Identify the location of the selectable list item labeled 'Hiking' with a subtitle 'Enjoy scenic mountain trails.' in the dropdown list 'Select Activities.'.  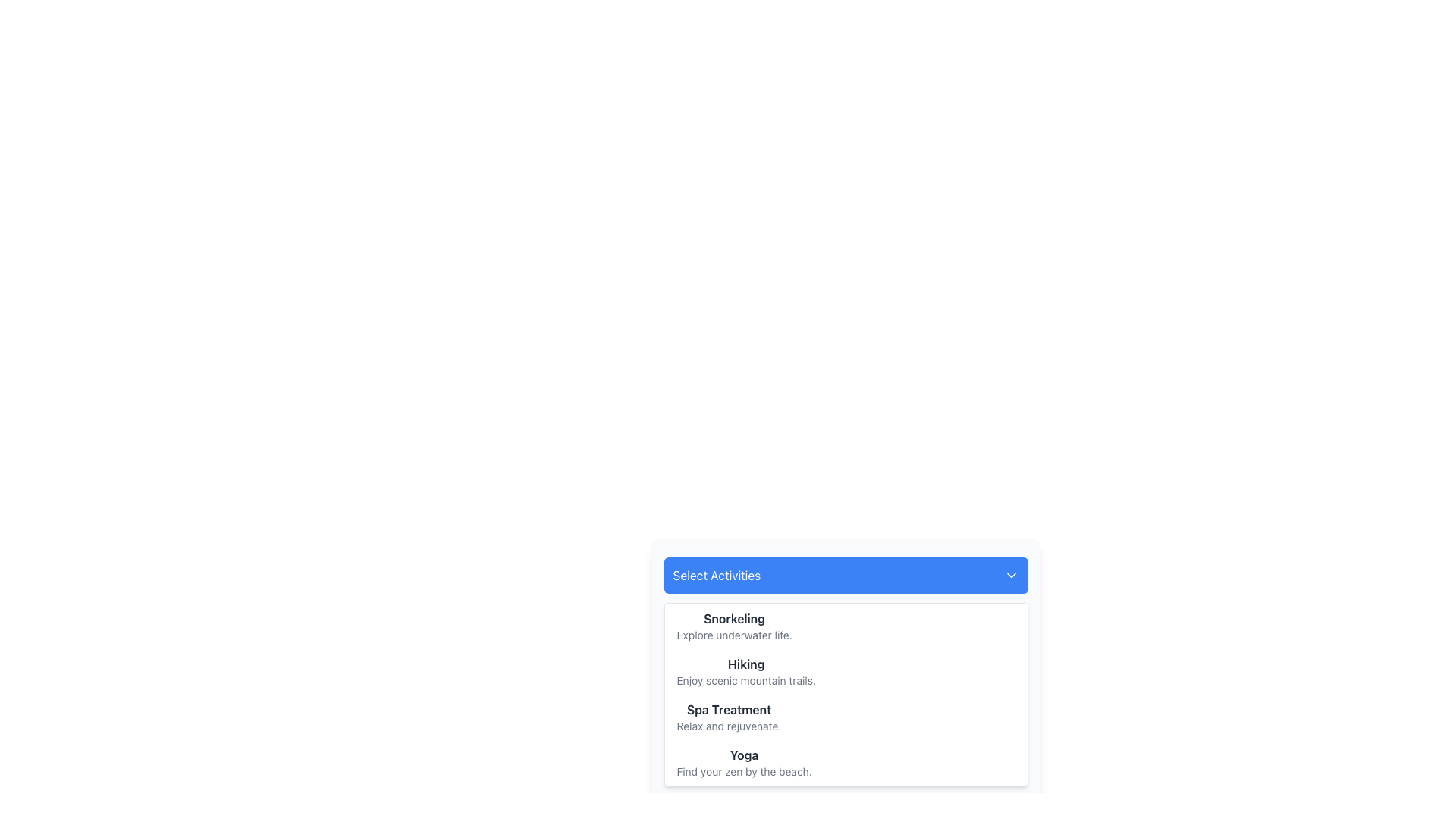
(845, 671).